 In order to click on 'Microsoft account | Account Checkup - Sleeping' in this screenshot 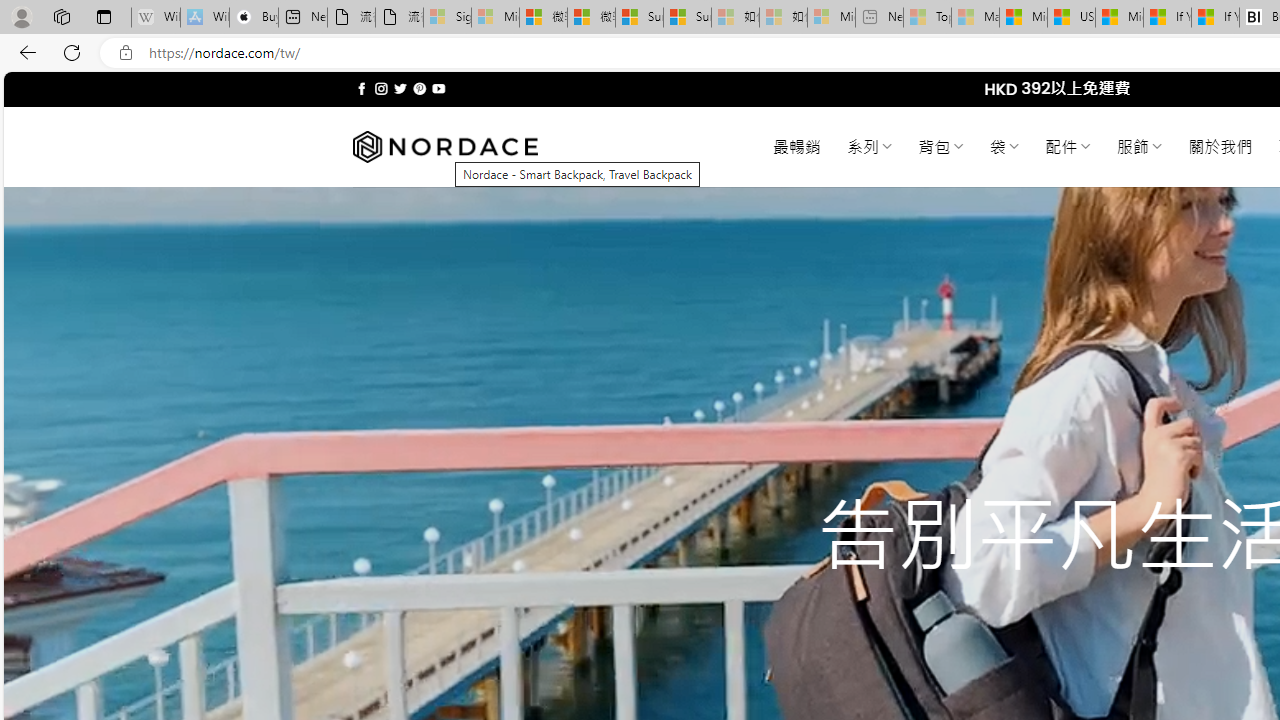, I will do `click(831, 17)`.